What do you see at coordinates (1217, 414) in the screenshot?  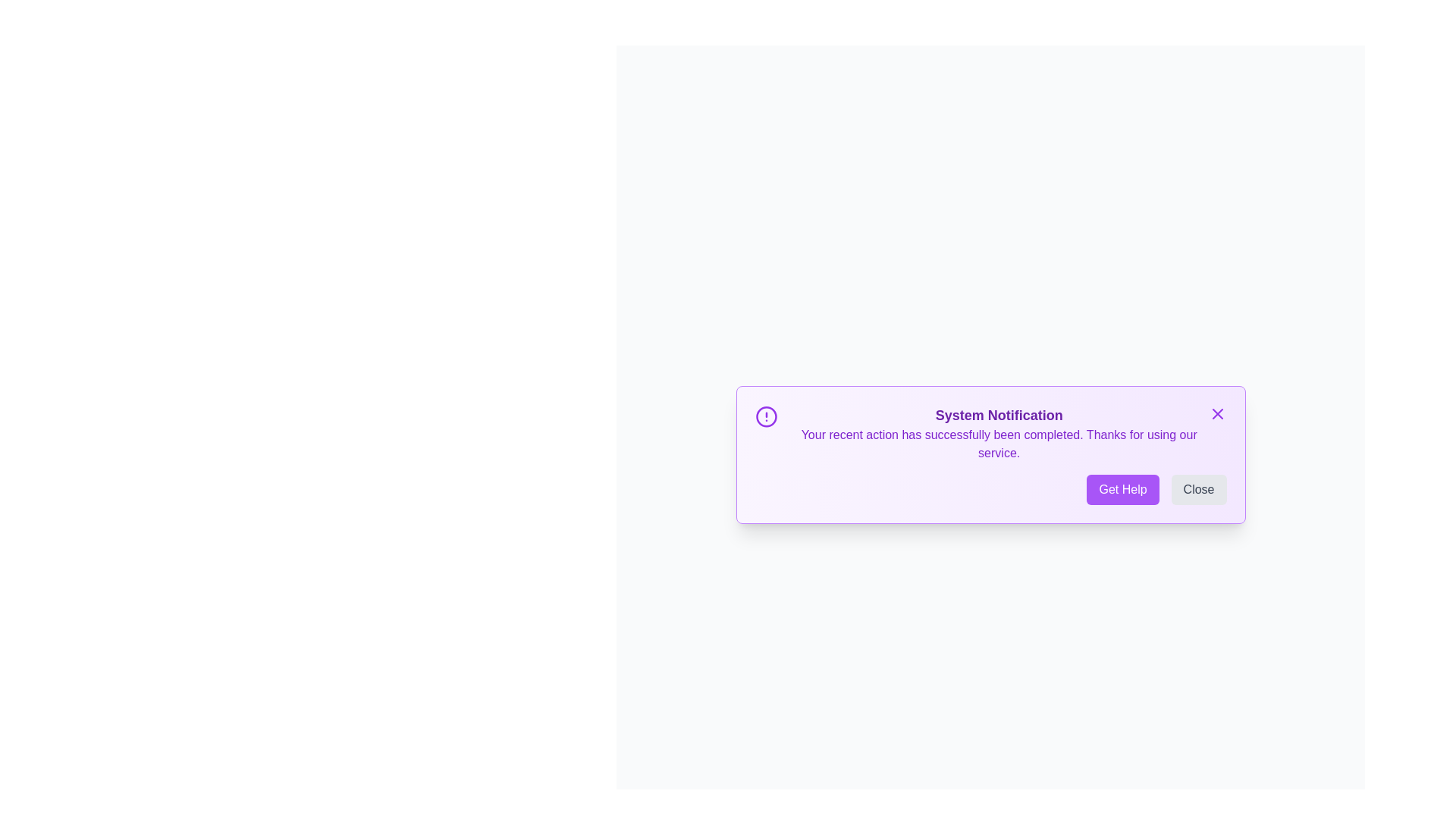 I see `the Close Button (Icon) located at the top-right corner of the notification or modal dialog box` at bounding box center [1217, 414].